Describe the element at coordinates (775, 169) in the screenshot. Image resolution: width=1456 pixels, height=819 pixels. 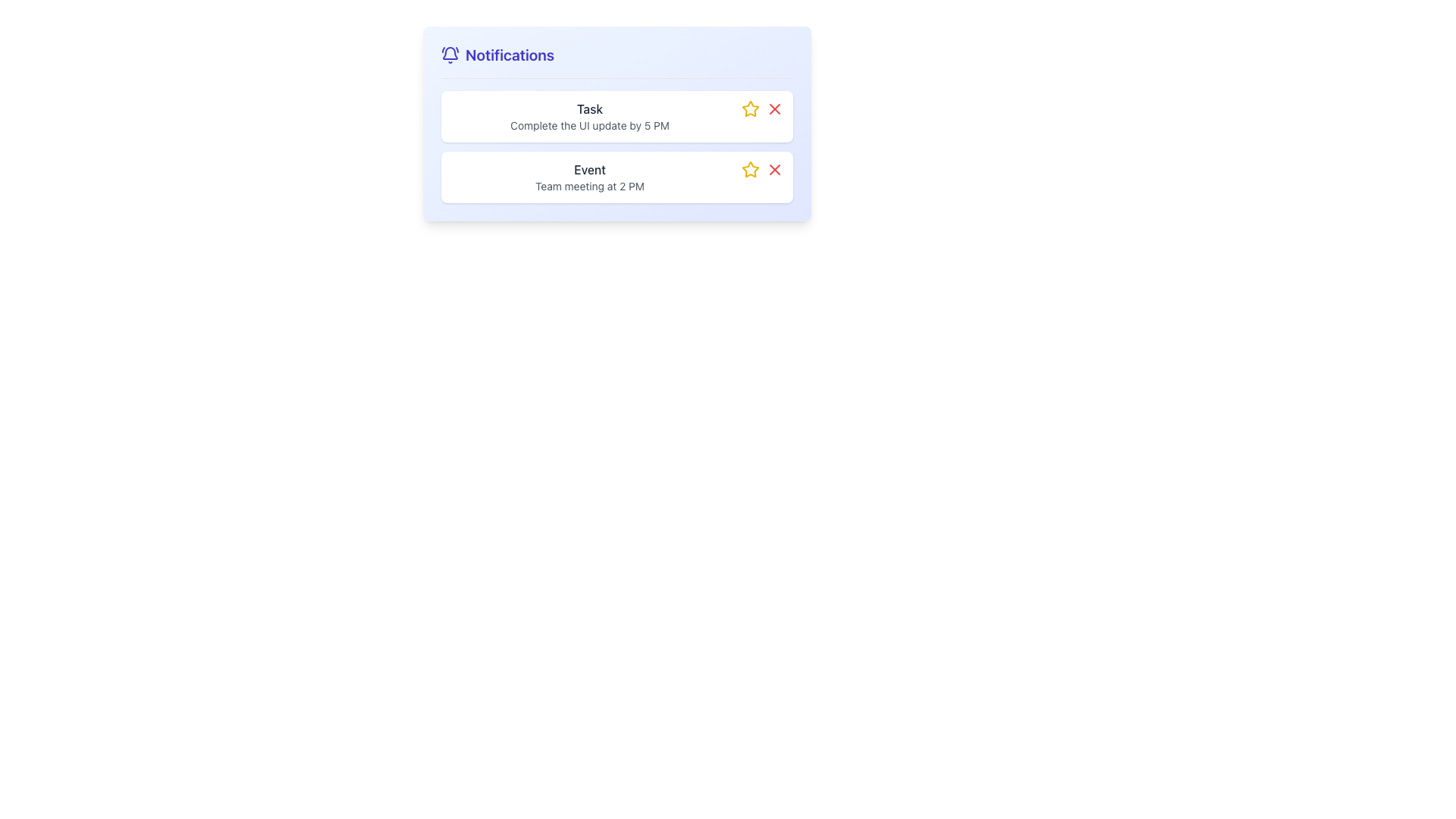
I see `the red close (X) button located at the far right of its group, styled with hover effects and positioned next` at that location.